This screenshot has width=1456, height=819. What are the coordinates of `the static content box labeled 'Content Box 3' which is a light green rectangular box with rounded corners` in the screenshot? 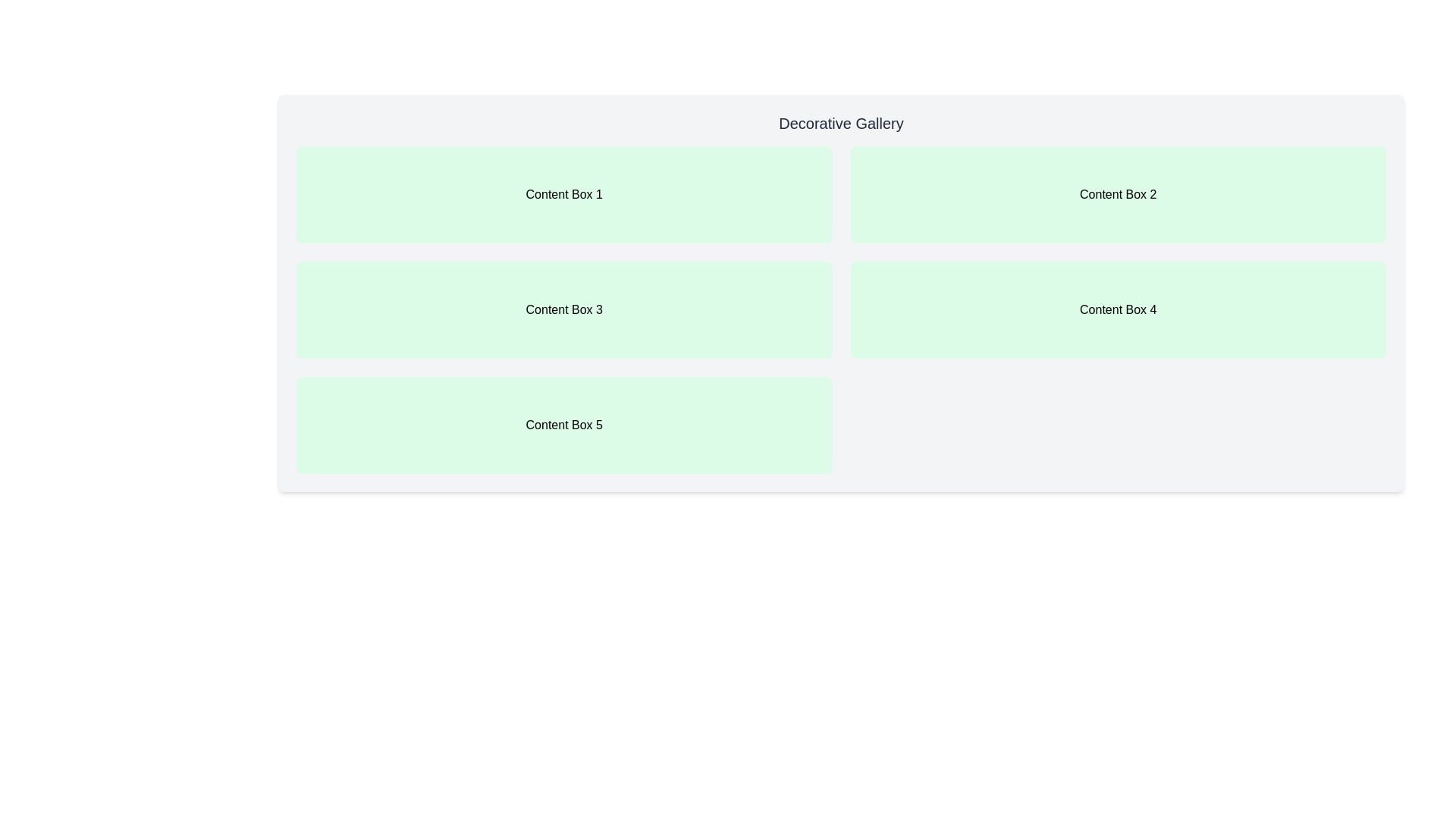 It's located at (563, 309).